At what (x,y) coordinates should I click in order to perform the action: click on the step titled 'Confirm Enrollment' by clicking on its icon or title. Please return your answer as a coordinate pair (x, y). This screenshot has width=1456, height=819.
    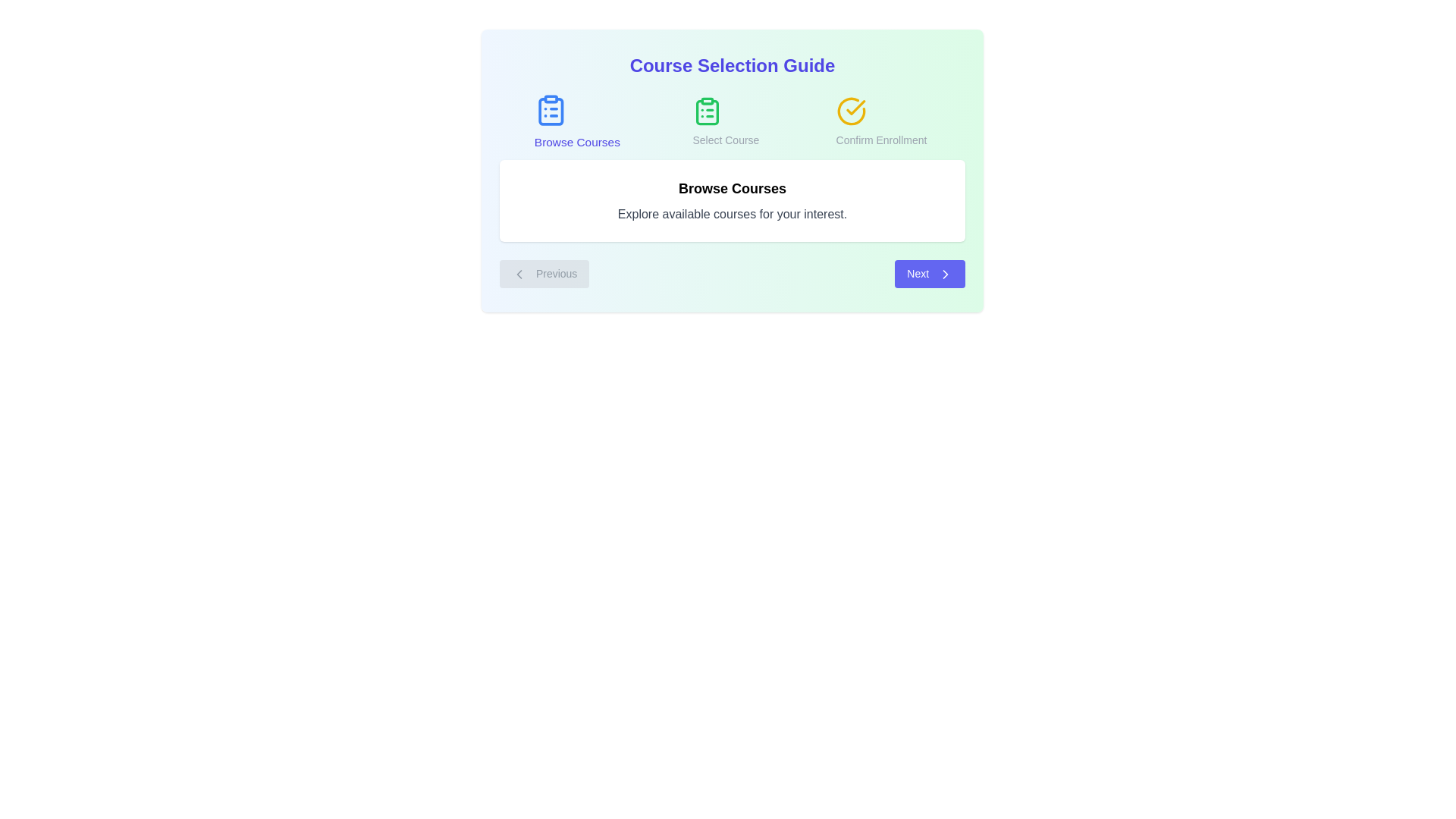
    Looking at the image, I should click on (881, 121).